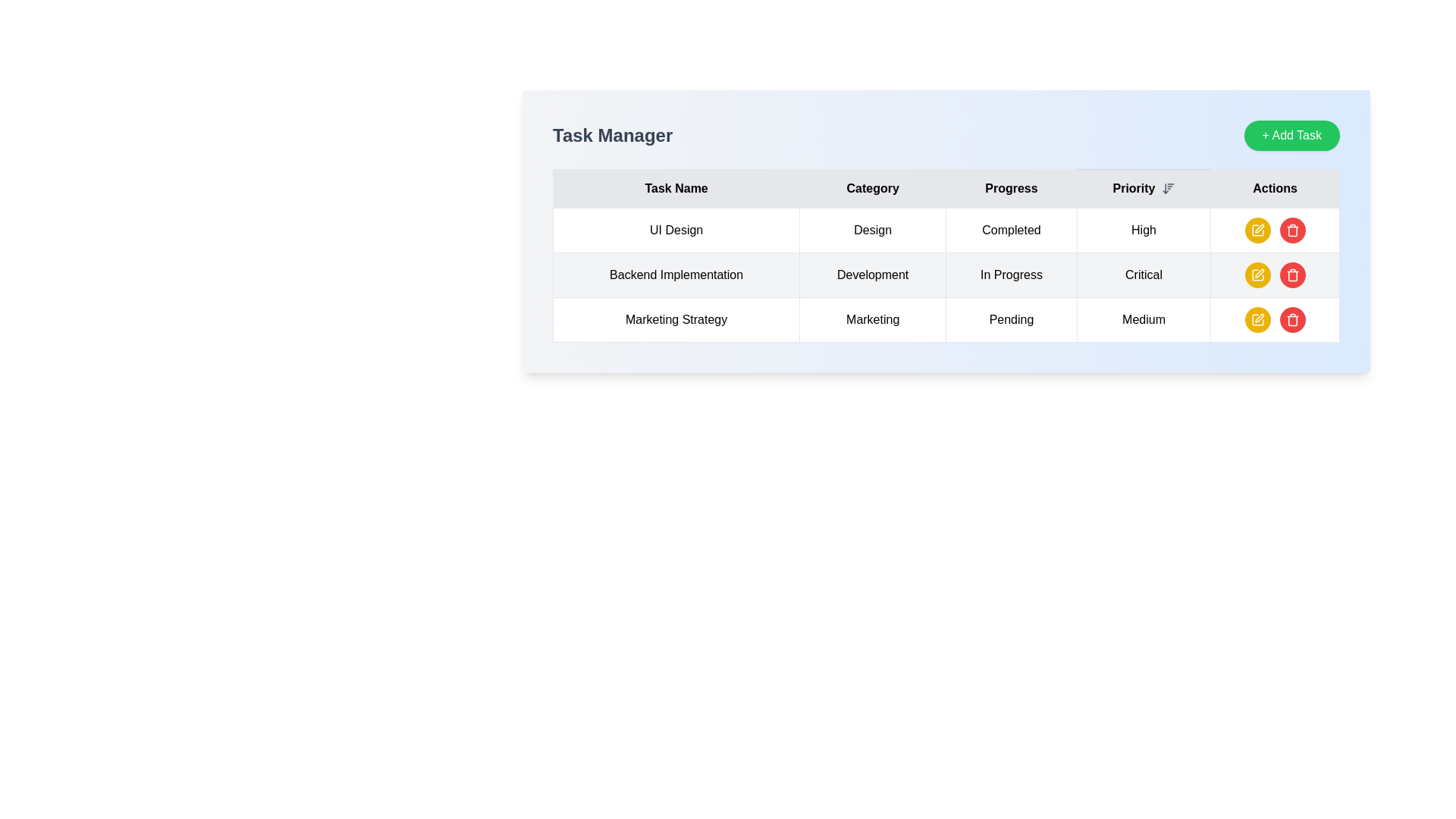 This screenshot has height=819, width=1456. I want to click on the 'UI Design' task name label located in the first row under the 'Task Name' column of the task management table, so click(676, 231).